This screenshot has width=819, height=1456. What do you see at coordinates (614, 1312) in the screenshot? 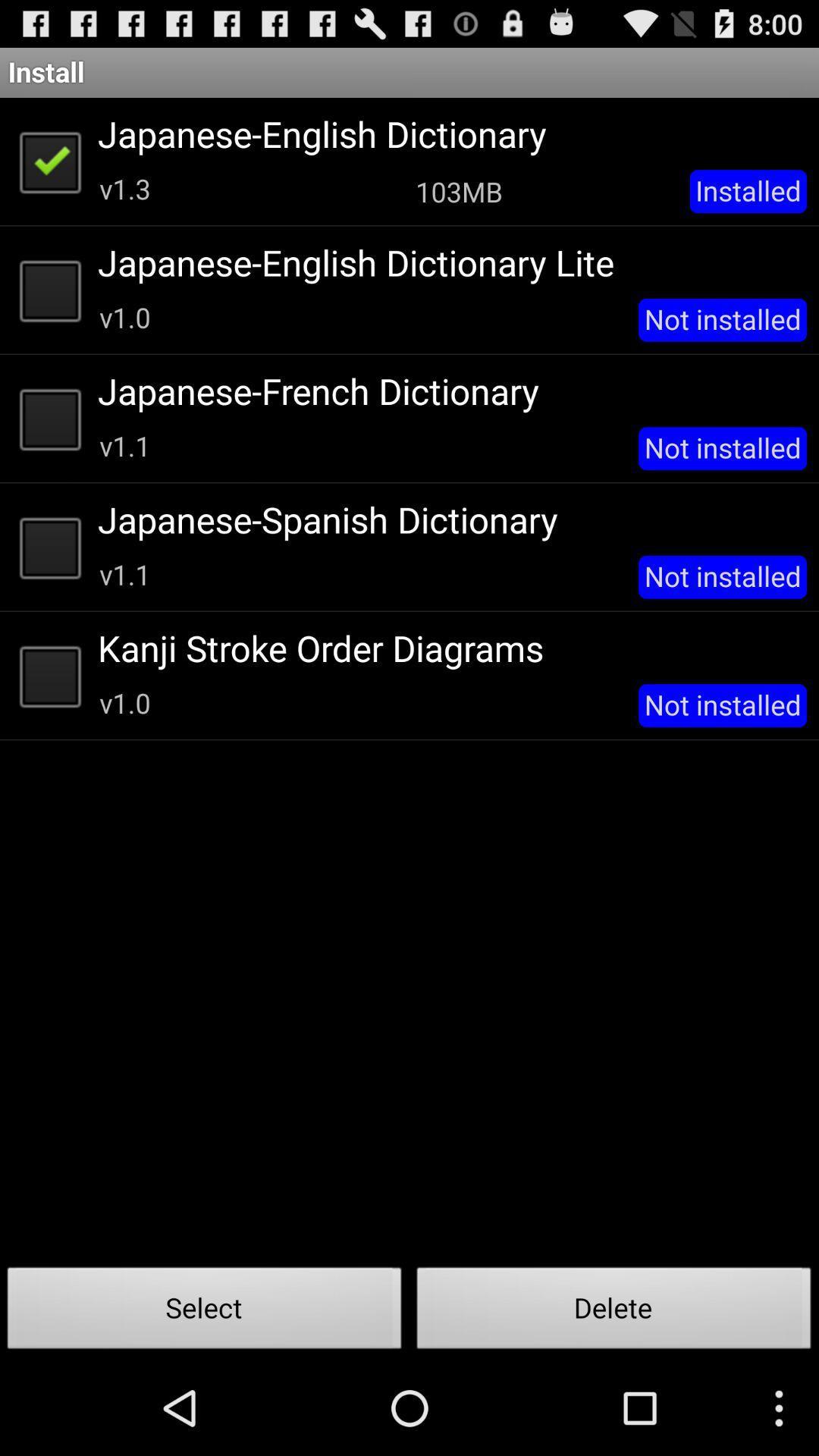
I see `item next to the select` at bounding box center [614, 1312].